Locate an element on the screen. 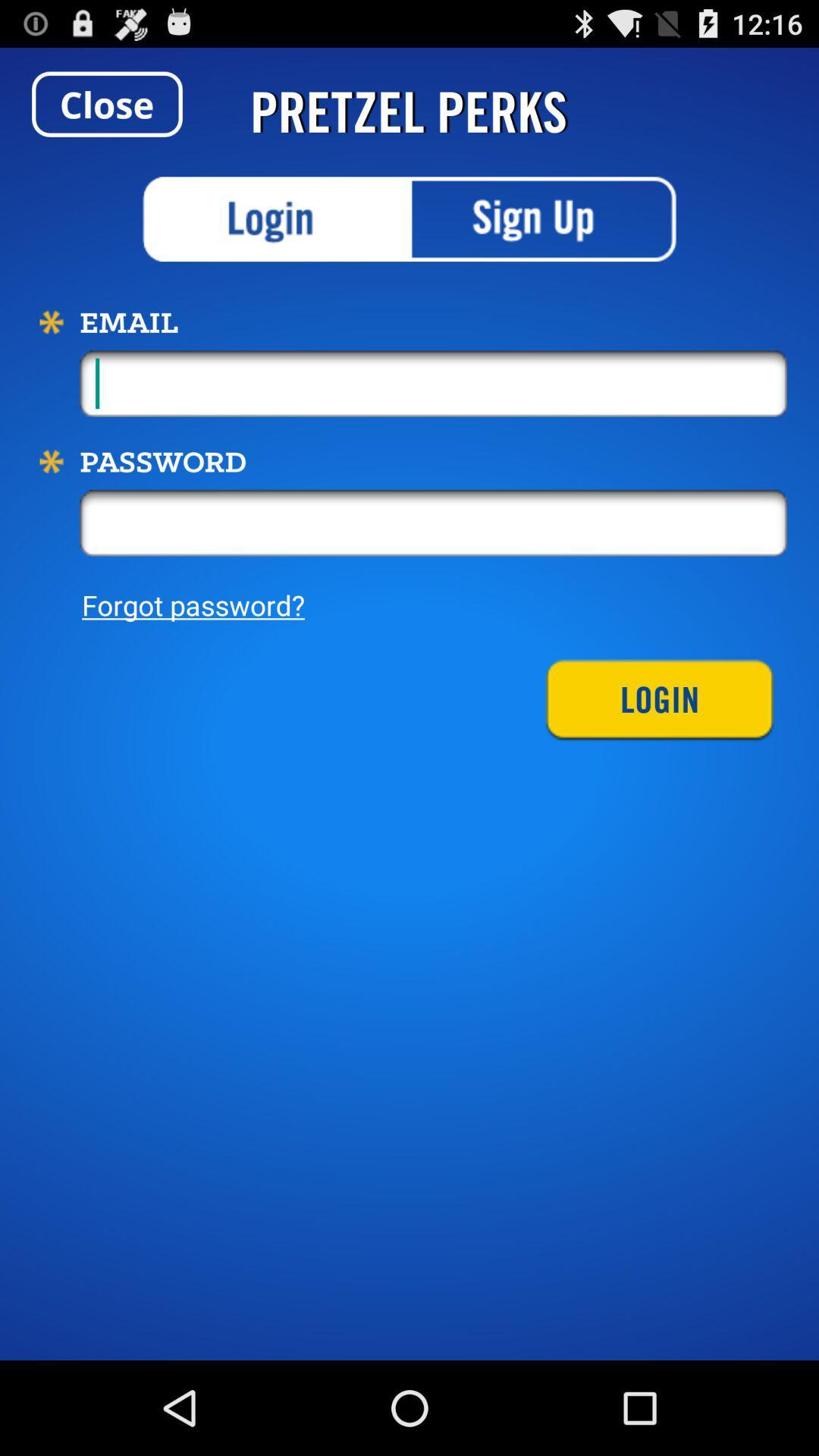 This screenshot has height=1456, width=819. email address is located at coordinates (433, 383).